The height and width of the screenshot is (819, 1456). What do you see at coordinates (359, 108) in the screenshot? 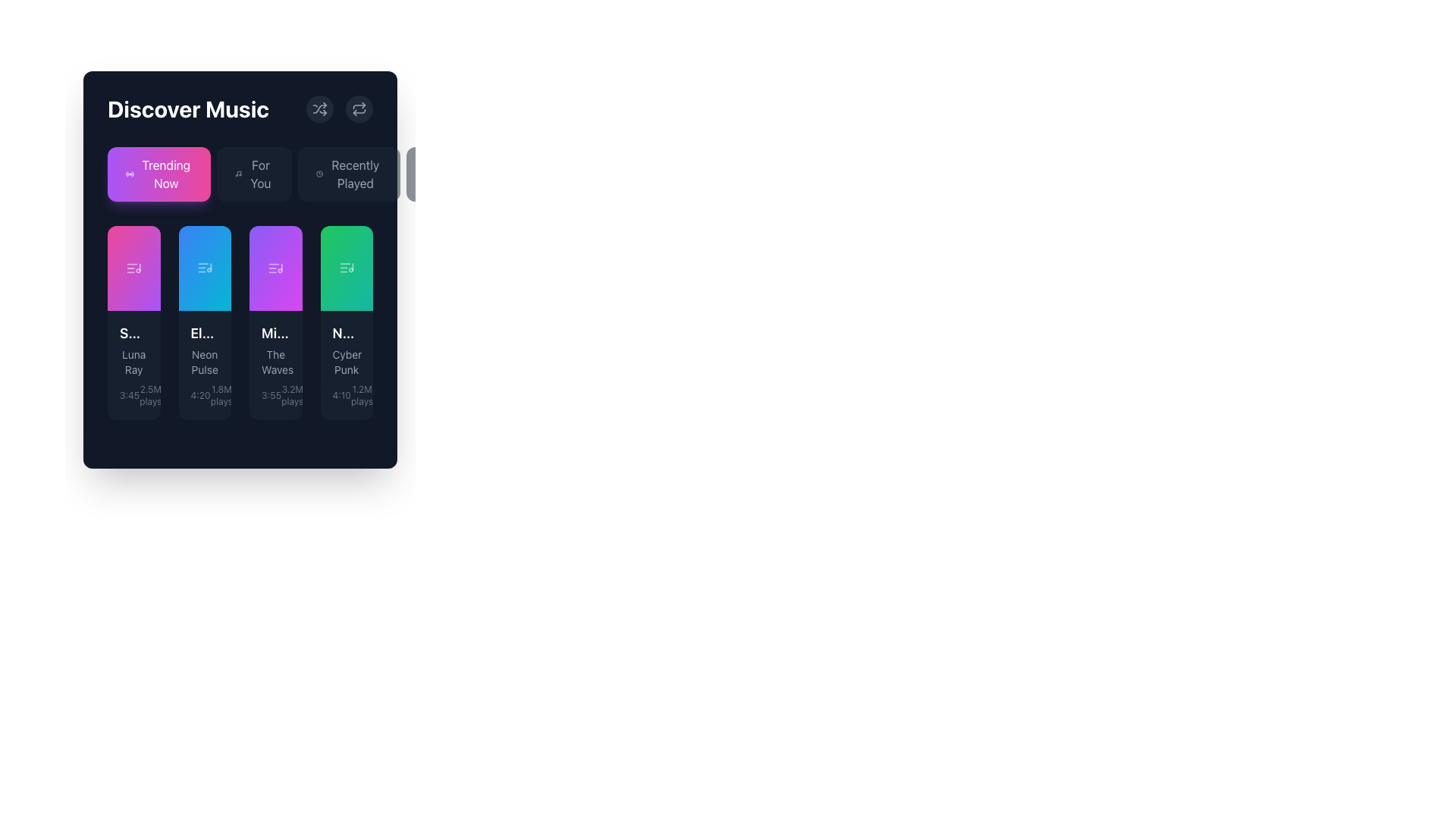
I see `the circular repeat button` at bounding box center [359, 108].